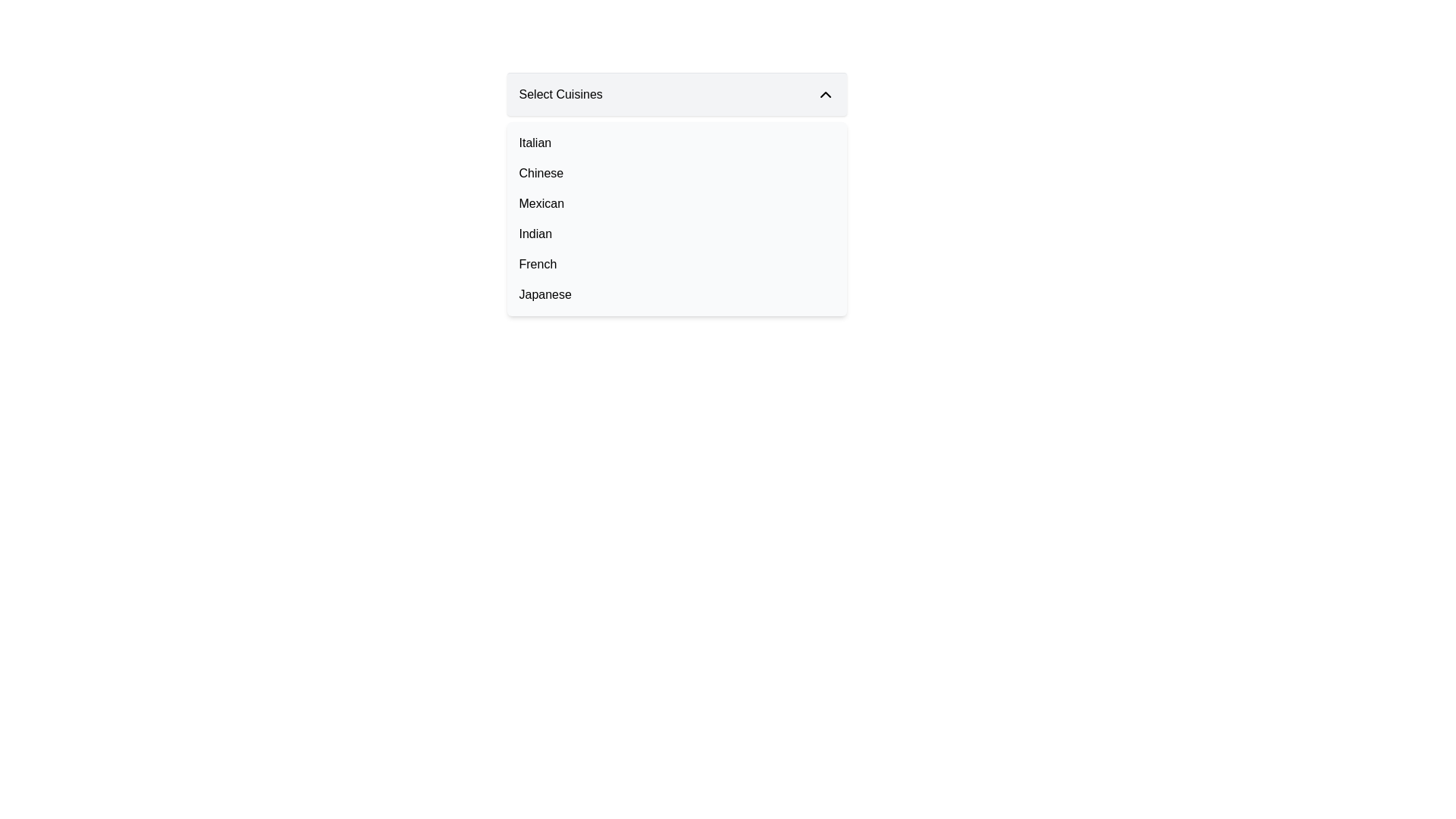  What do you see at coordinates (535, 234) in the screenshot?
I see `the selectable option labeled 'Indian' within the dropdown menu for selecting cuisines, located` at bounding box center [535, 234].